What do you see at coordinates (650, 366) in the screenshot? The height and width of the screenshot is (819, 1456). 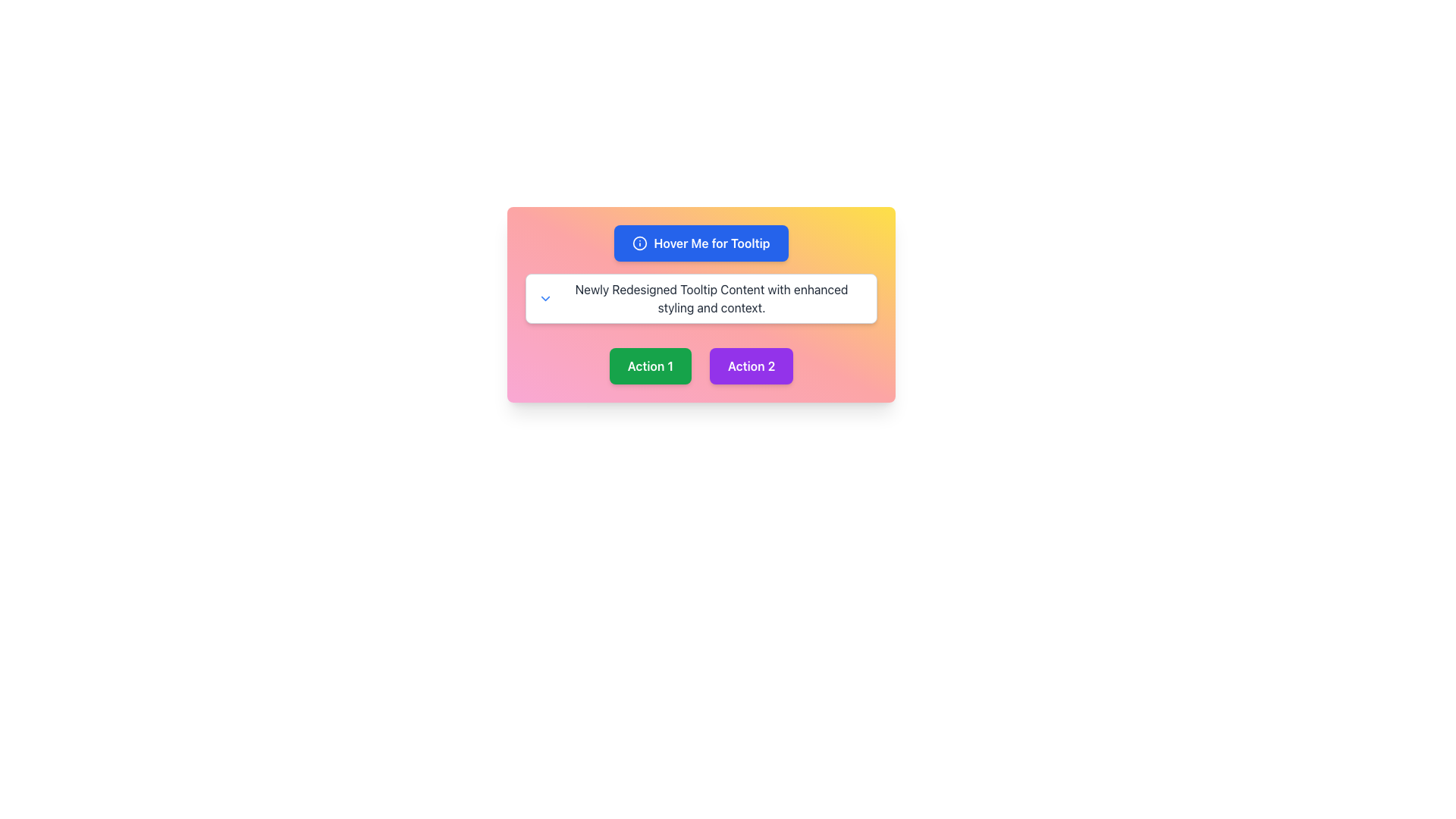 I see `the green button labeled 'Action 1' to observe visual feedback, located at the bottom portion of a centered card layout` at bounding box center [650, 366].